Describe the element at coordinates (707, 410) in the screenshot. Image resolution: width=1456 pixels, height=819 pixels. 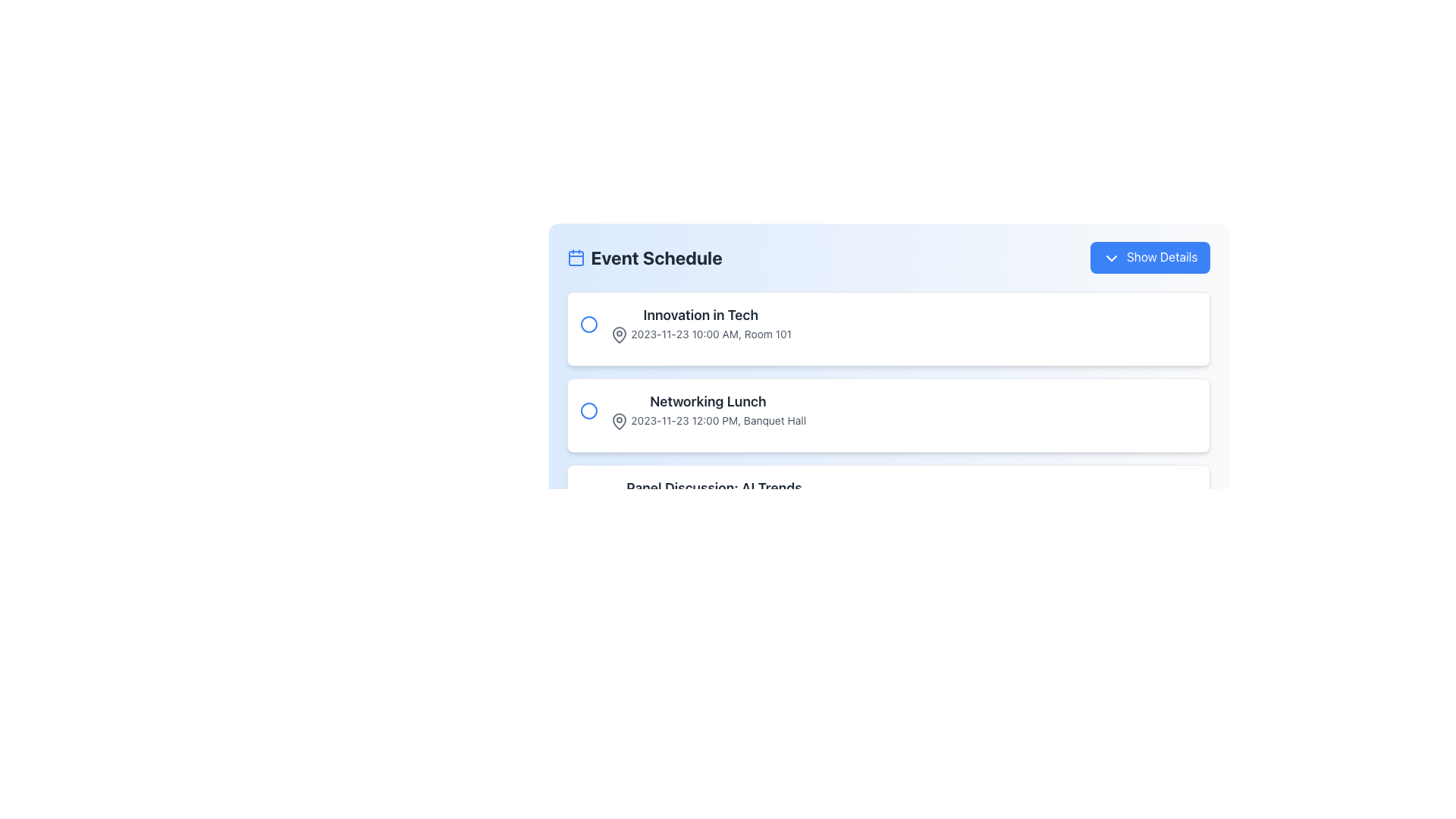
I see `the list item displaying 'Networking Lunch' to highlight it in the Event Schedule section` at that location.